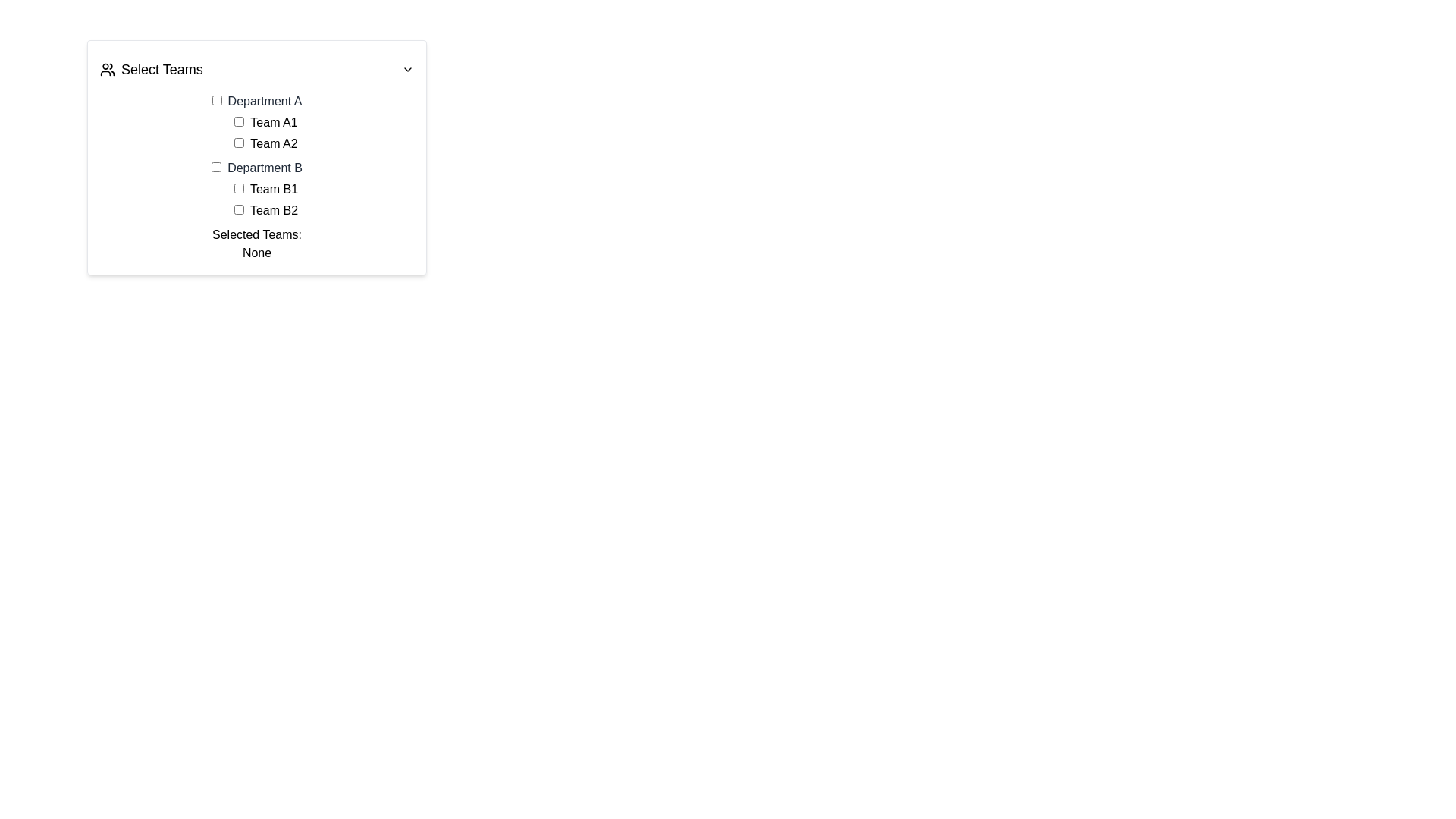 The image size is (1456, 819). What do you see at coordinates (238, 209) in the screenshot?
I see `the checkbox associated with 'Team B2'` at bounding box center [238, 209].